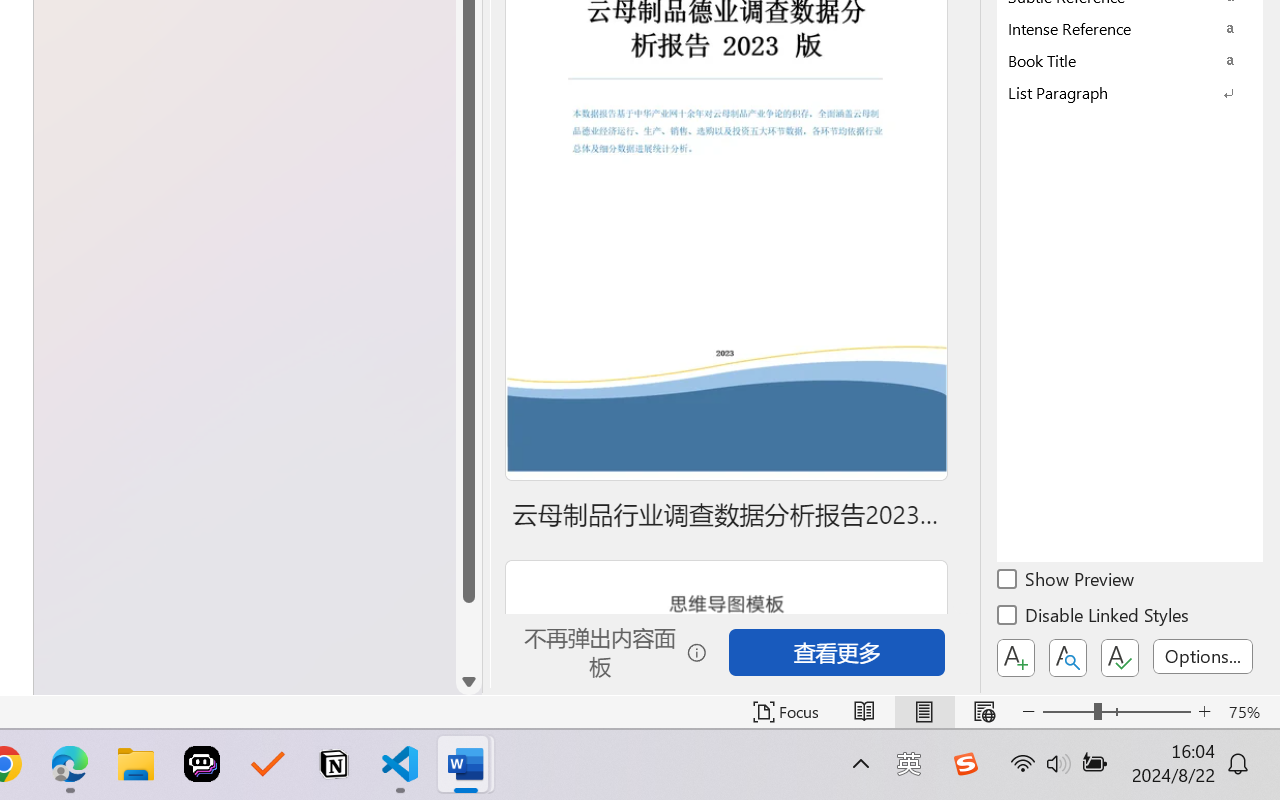  What do you see at coordinates (864, 711) in the screenshot?
I see `'Read Mode'` at bounding box center [864, 711].